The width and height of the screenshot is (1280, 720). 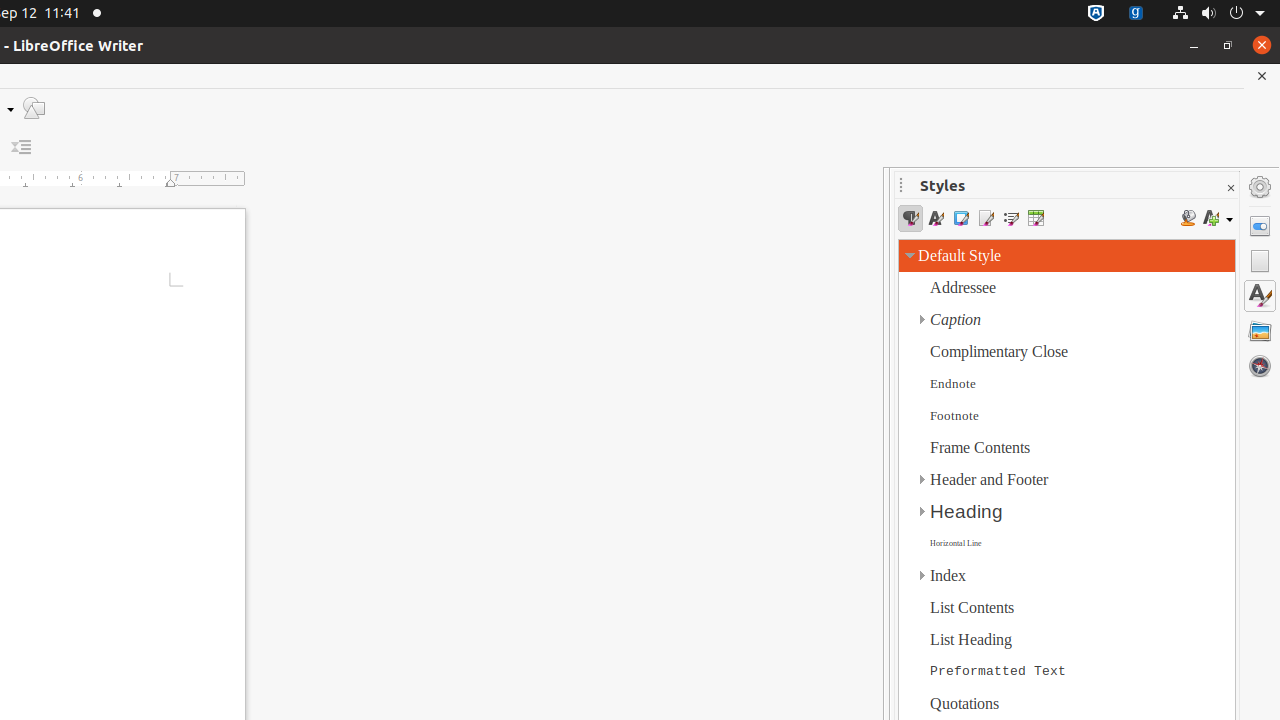 I want to click on 'org.kde.StatusNotifierItem-14077-1', so click(x=1136, y=13).